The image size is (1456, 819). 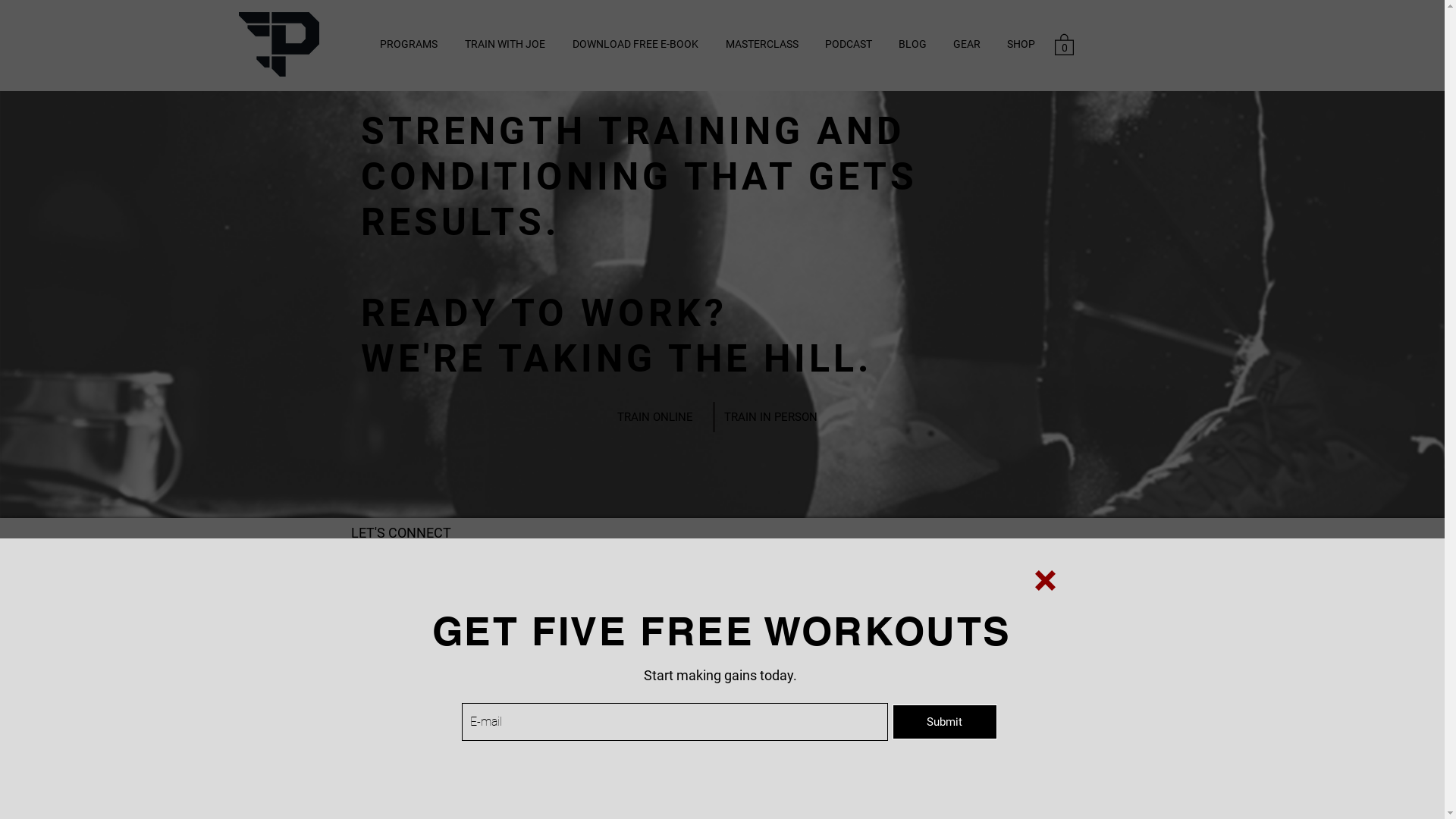 What do you see at coordinates (450, 43) in the screenshot?
I see `'TRAIN WITH JOE'` at bounding box center [450, 43].